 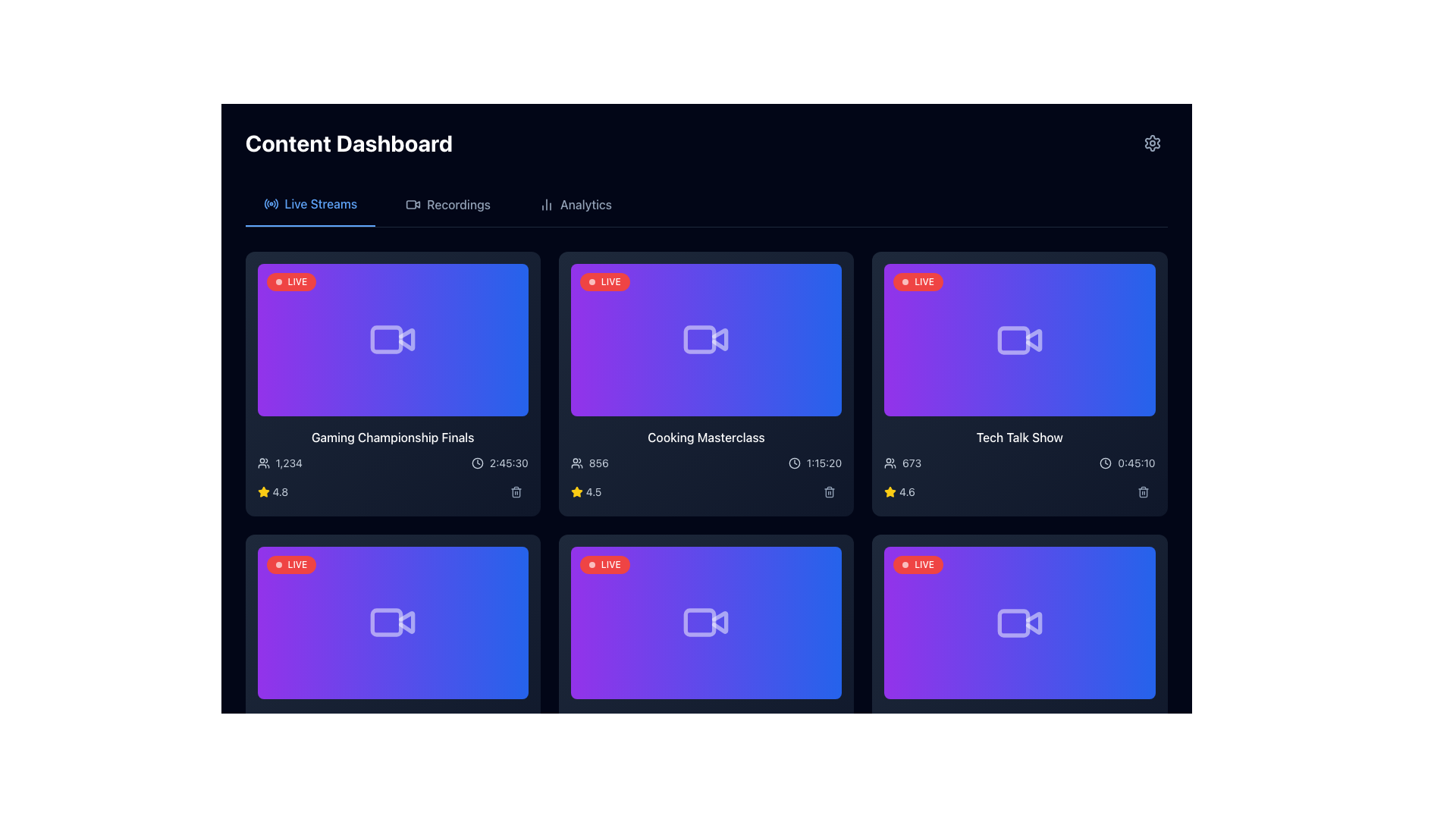 What do you see at coordinates (500, 462) in the screenshot?
I see `the Time display in the bottom-right corner of the 'Gaming Championship Finals' card` at bounding box center [500, 462].